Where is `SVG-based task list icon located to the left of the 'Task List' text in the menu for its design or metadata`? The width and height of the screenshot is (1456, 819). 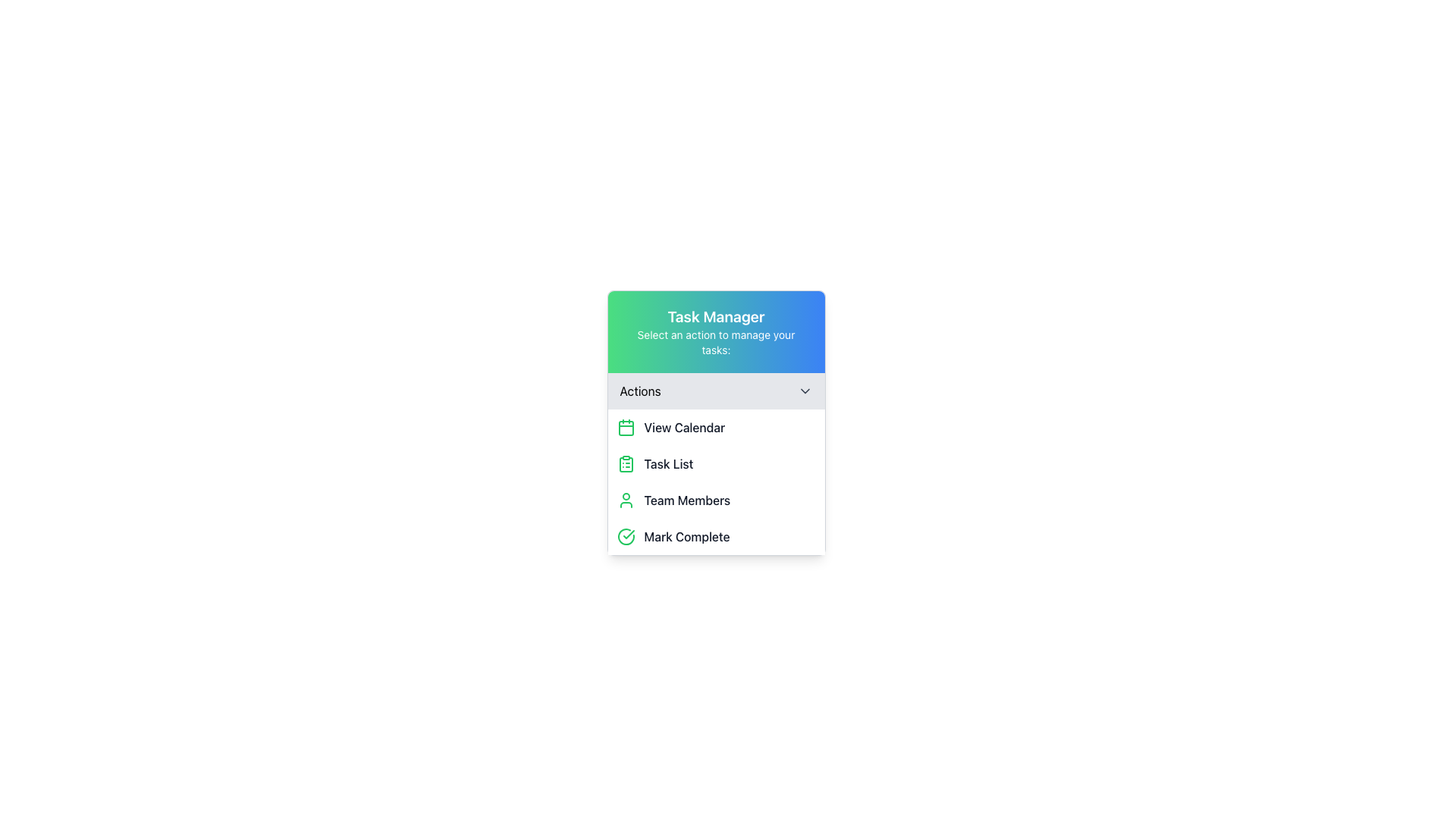 SVG-based task list icon located to the left of the 'Task List' text in the menu for its design or metadata is located at coordinates (626, 463).